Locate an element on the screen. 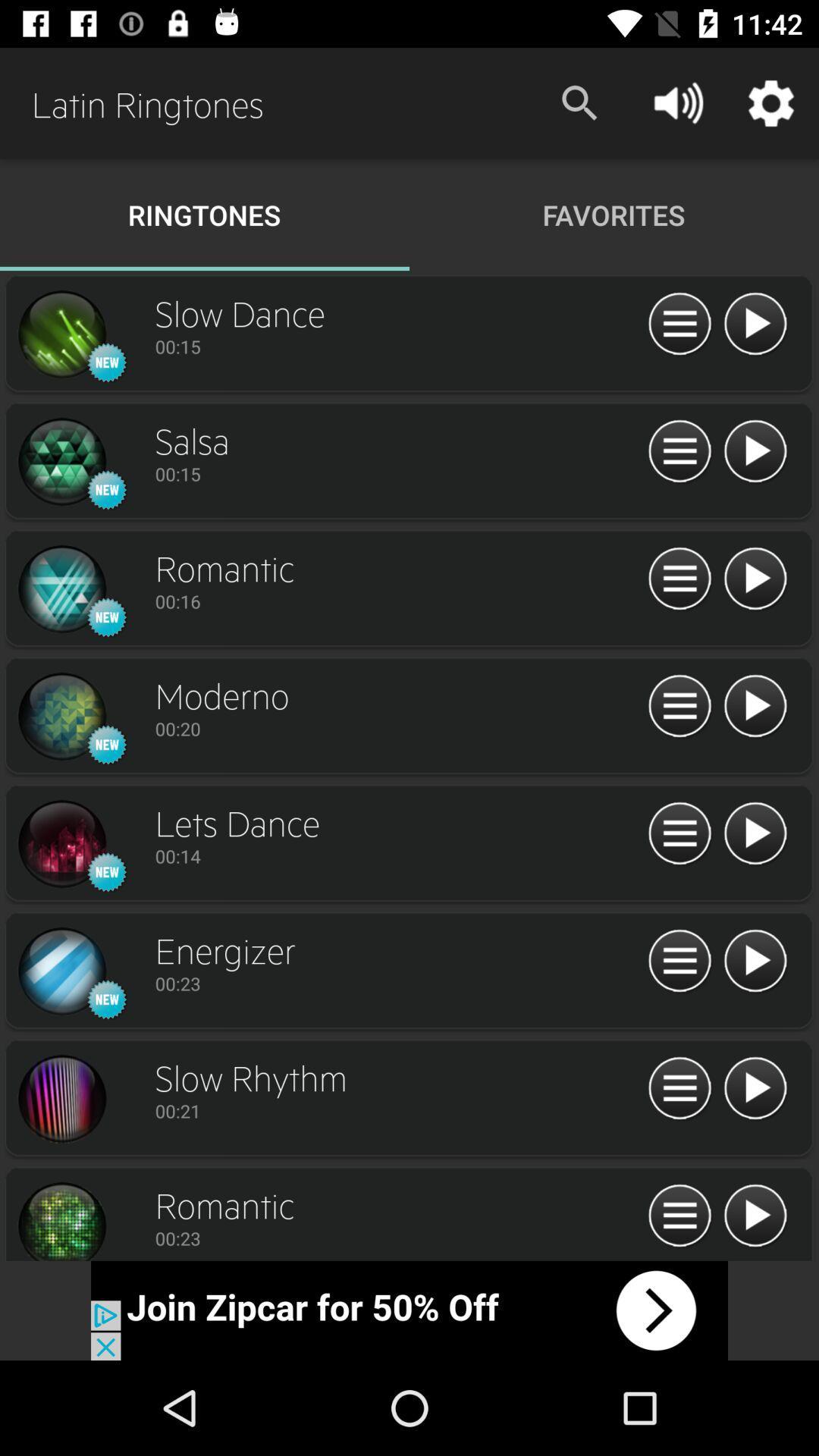  the 2nd play button from the bottom right side of the web page is located at coordinates (755, 1088).